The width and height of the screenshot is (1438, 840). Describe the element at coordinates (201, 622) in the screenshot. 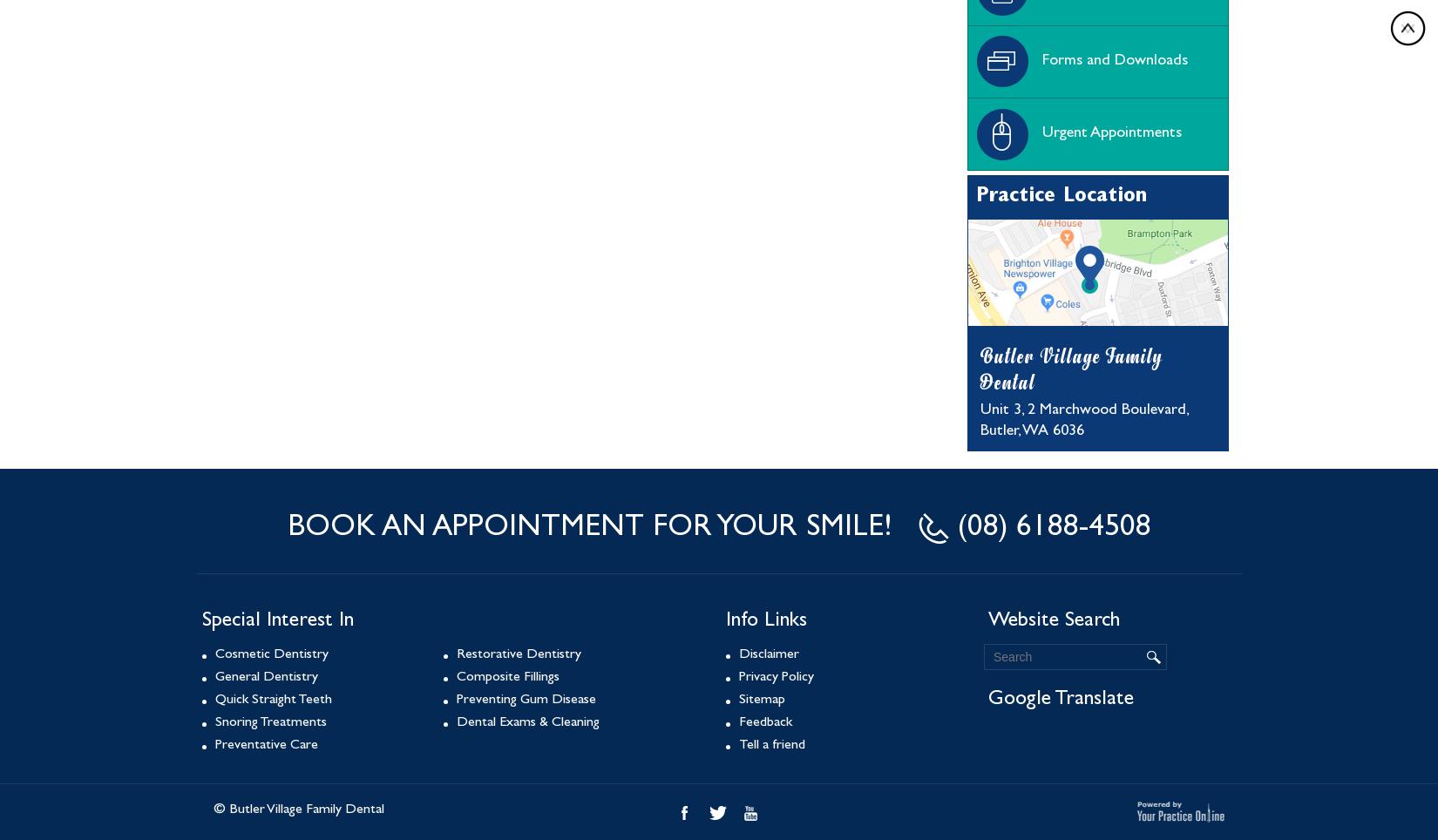

I see `'Special Interest In'` at that location.